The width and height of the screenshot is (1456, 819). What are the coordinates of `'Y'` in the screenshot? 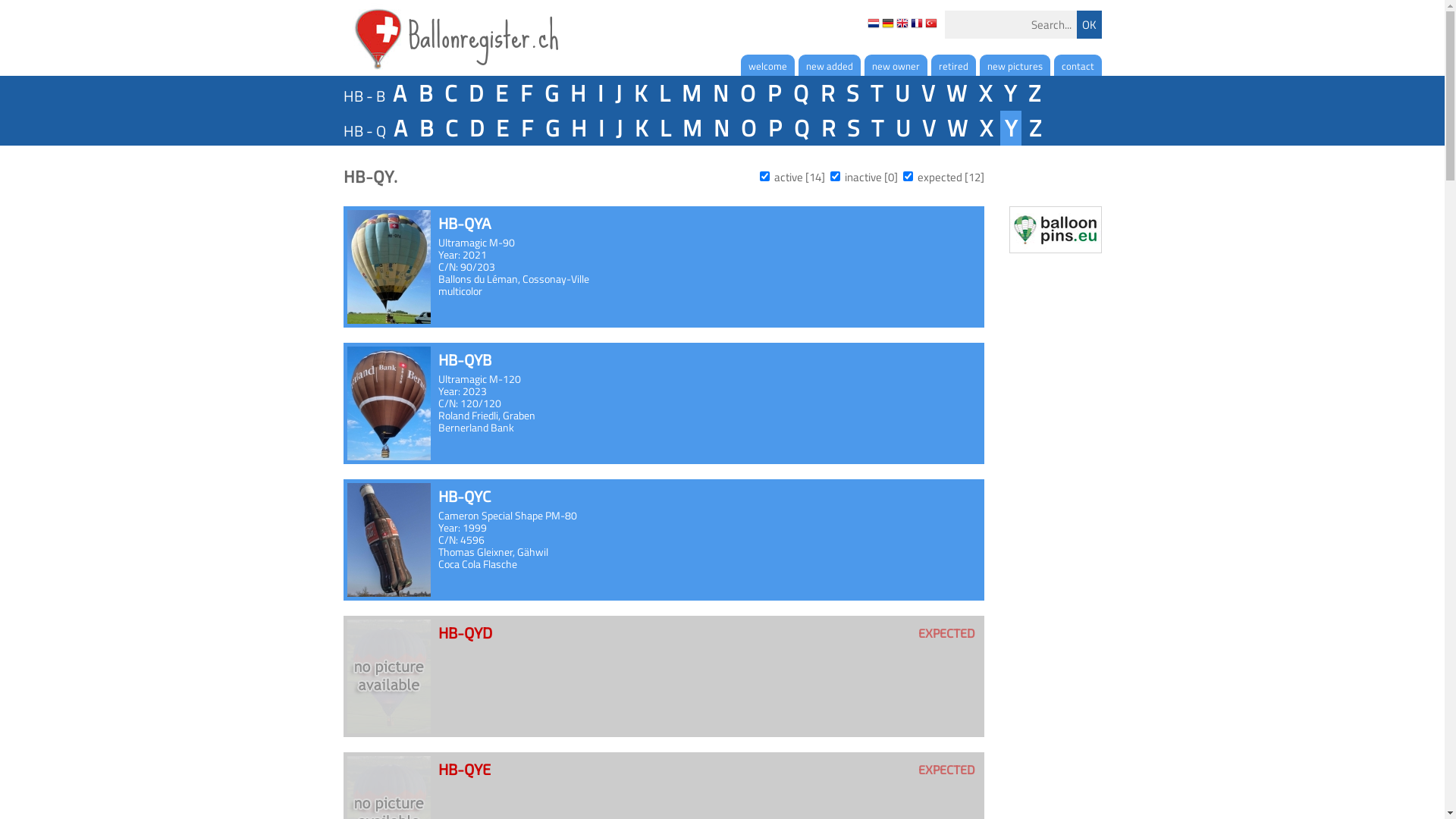 It's located at (1009, 93).